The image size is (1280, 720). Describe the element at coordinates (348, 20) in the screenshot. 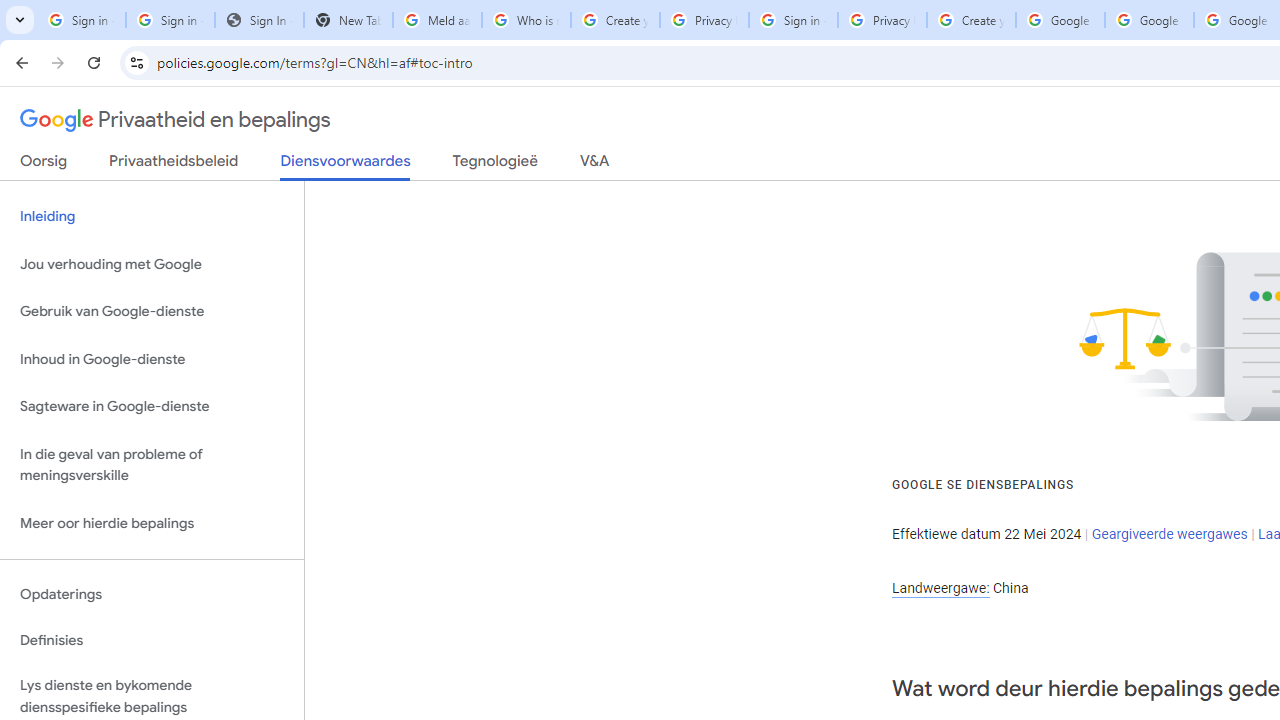

I see `'New Tab'` at that location.